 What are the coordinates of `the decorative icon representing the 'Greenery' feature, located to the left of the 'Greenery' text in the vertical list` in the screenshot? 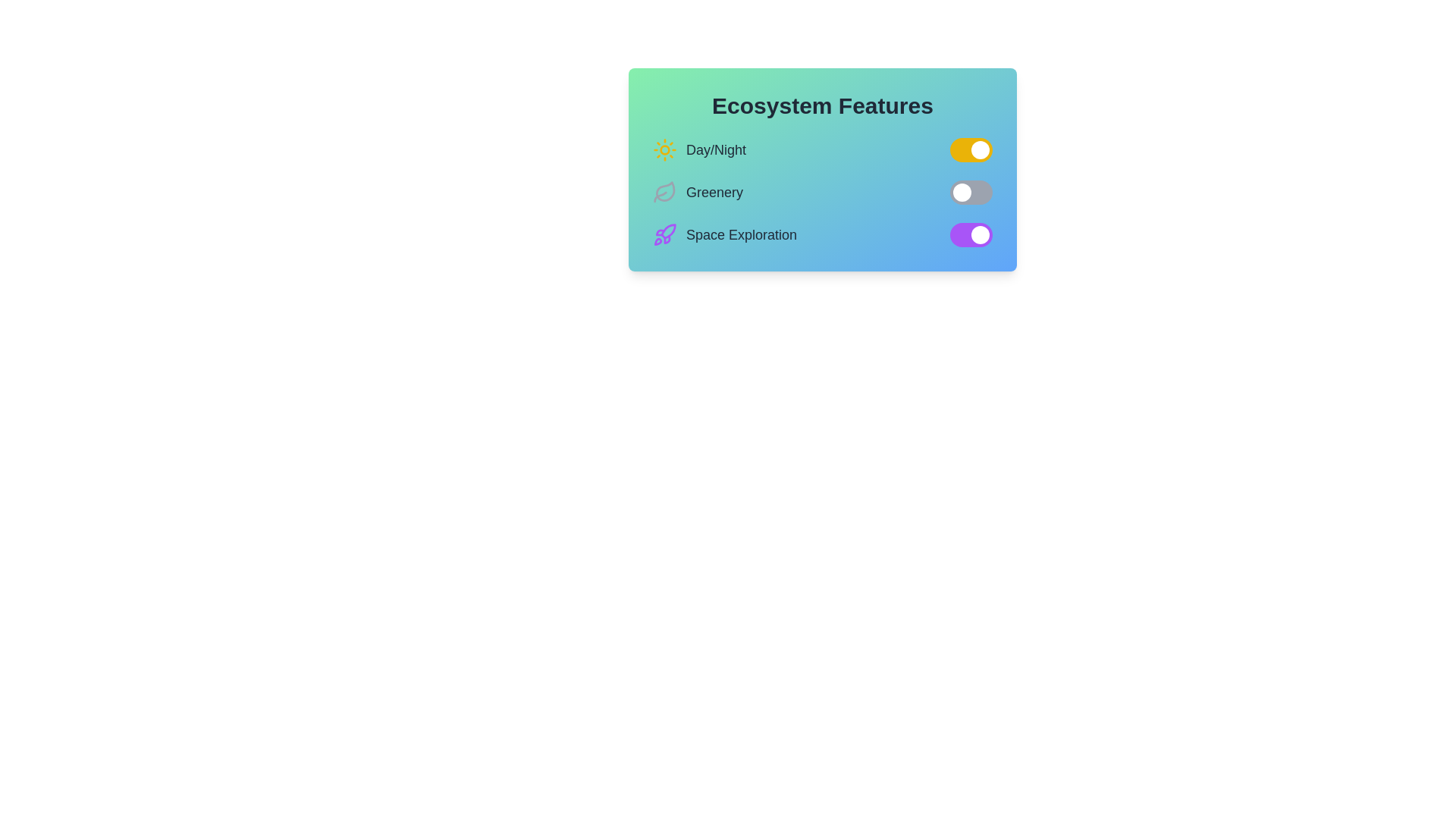 It's located at (665, 192).